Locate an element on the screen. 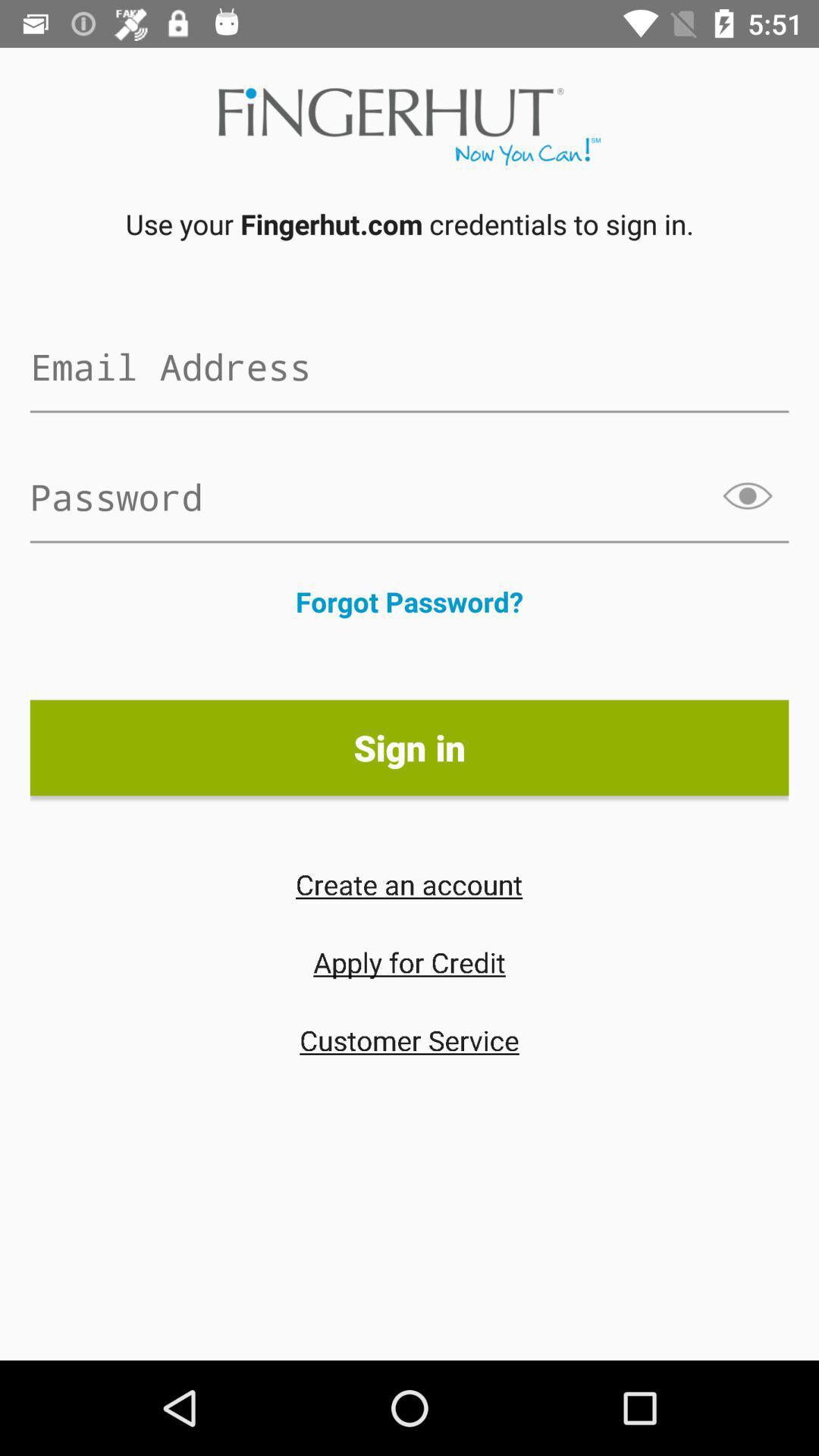 The image size is (819, 1456). the item below the apply for credit is located at coordinates (409, 1039).